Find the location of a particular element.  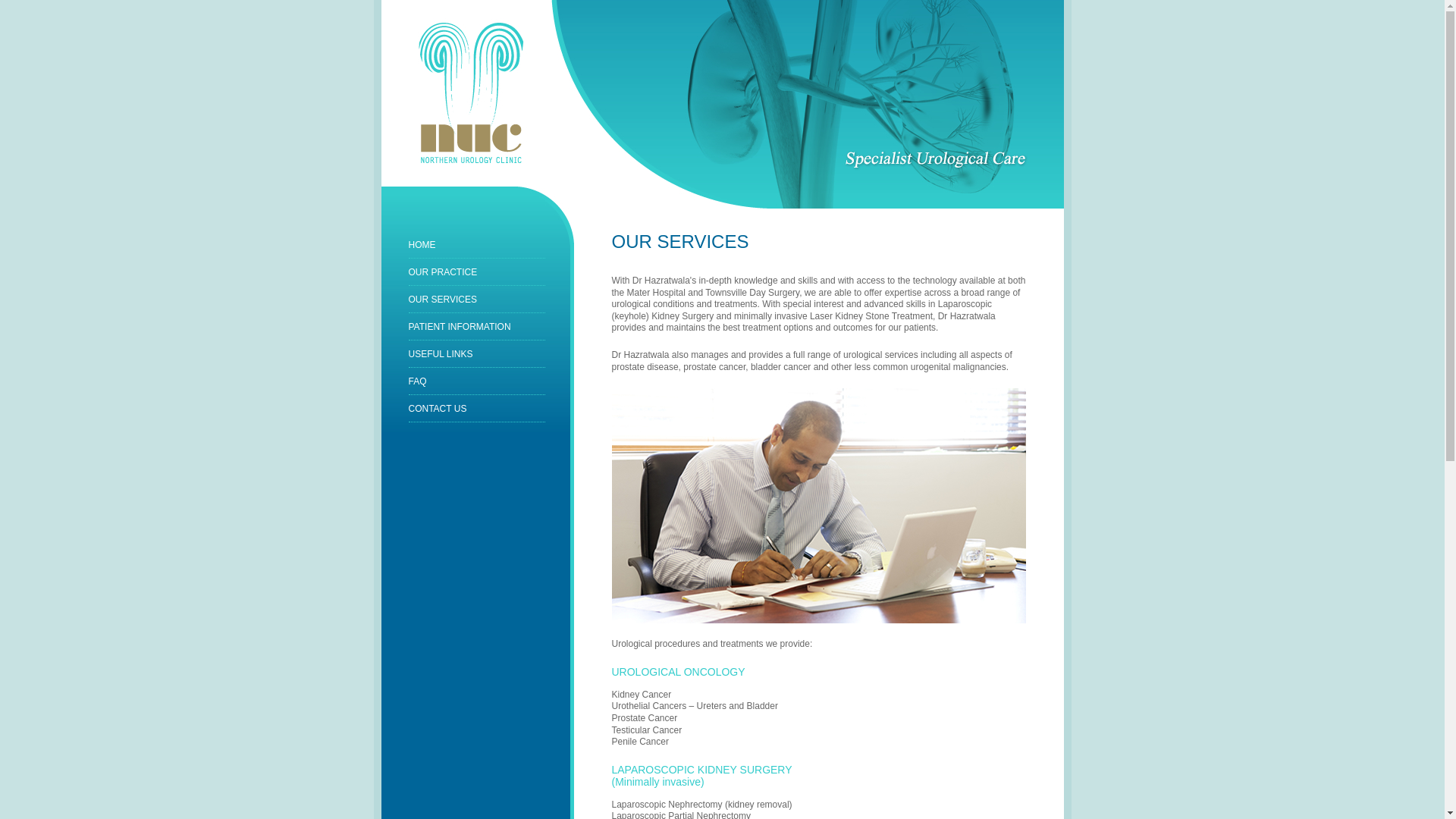

'FAQ' is located at coordinates (417, 380).